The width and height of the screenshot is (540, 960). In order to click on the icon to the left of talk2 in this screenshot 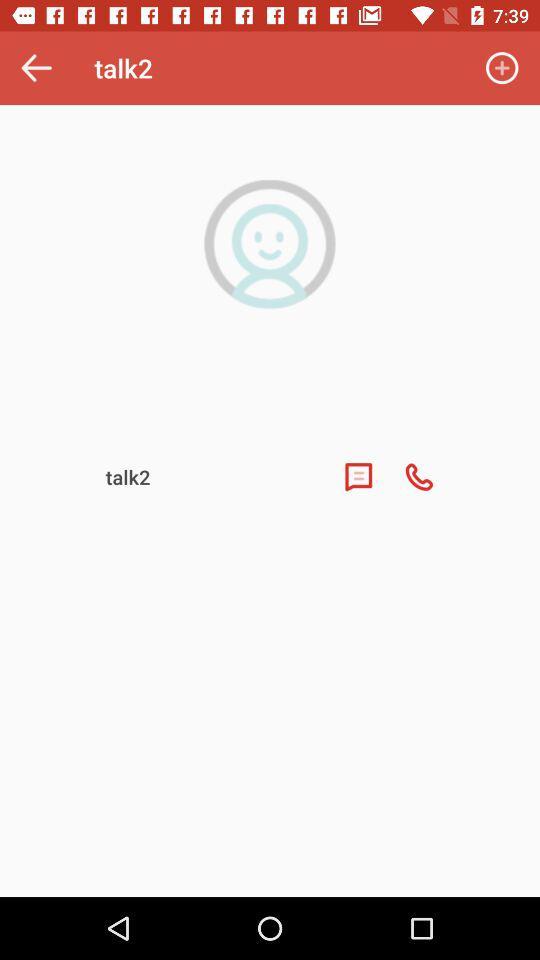, I will do `click(36, 68)`.